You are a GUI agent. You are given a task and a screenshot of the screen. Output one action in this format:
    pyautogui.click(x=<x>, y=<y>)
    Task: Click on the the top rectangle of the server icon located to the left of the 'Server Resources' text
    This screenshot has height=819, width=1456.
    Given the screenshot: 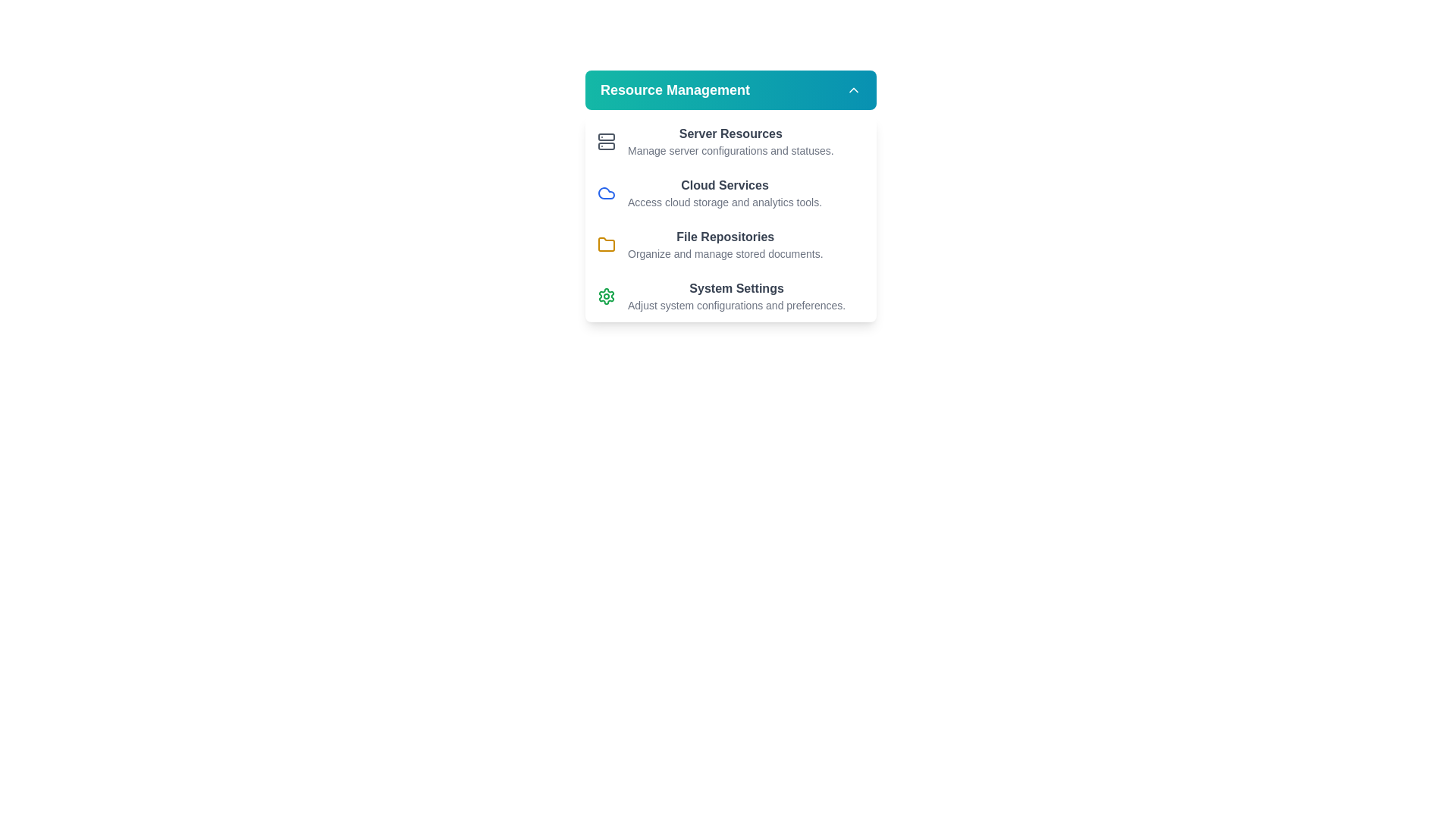 What is the action you would take?
    pyautogui.click(x=607, y=137)
    